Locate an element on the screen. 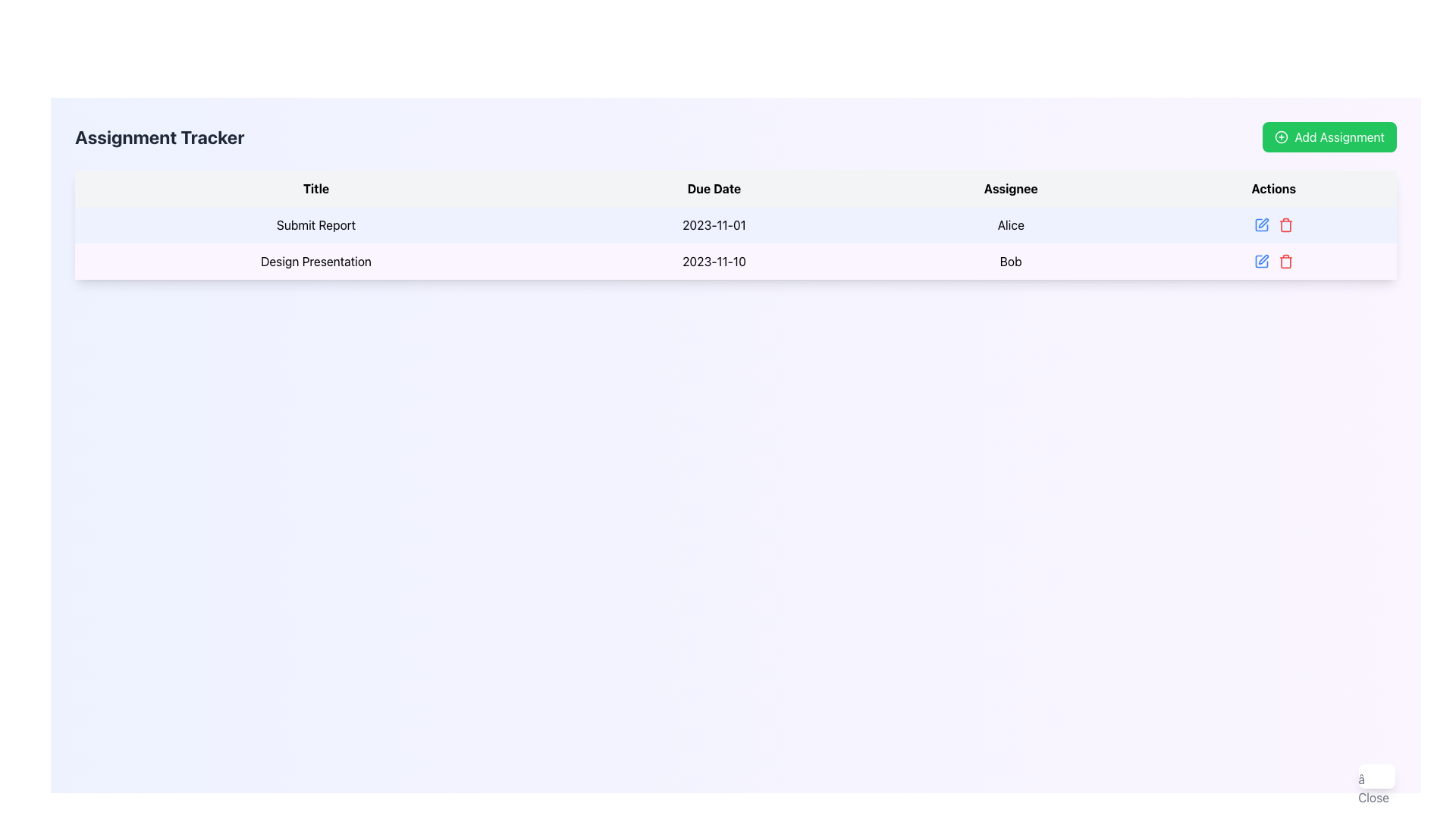  the interactive button group located in the 'Actions' column of the first row in the table, which contains icons for editing and deleting is located at coordinates (1273, 225).